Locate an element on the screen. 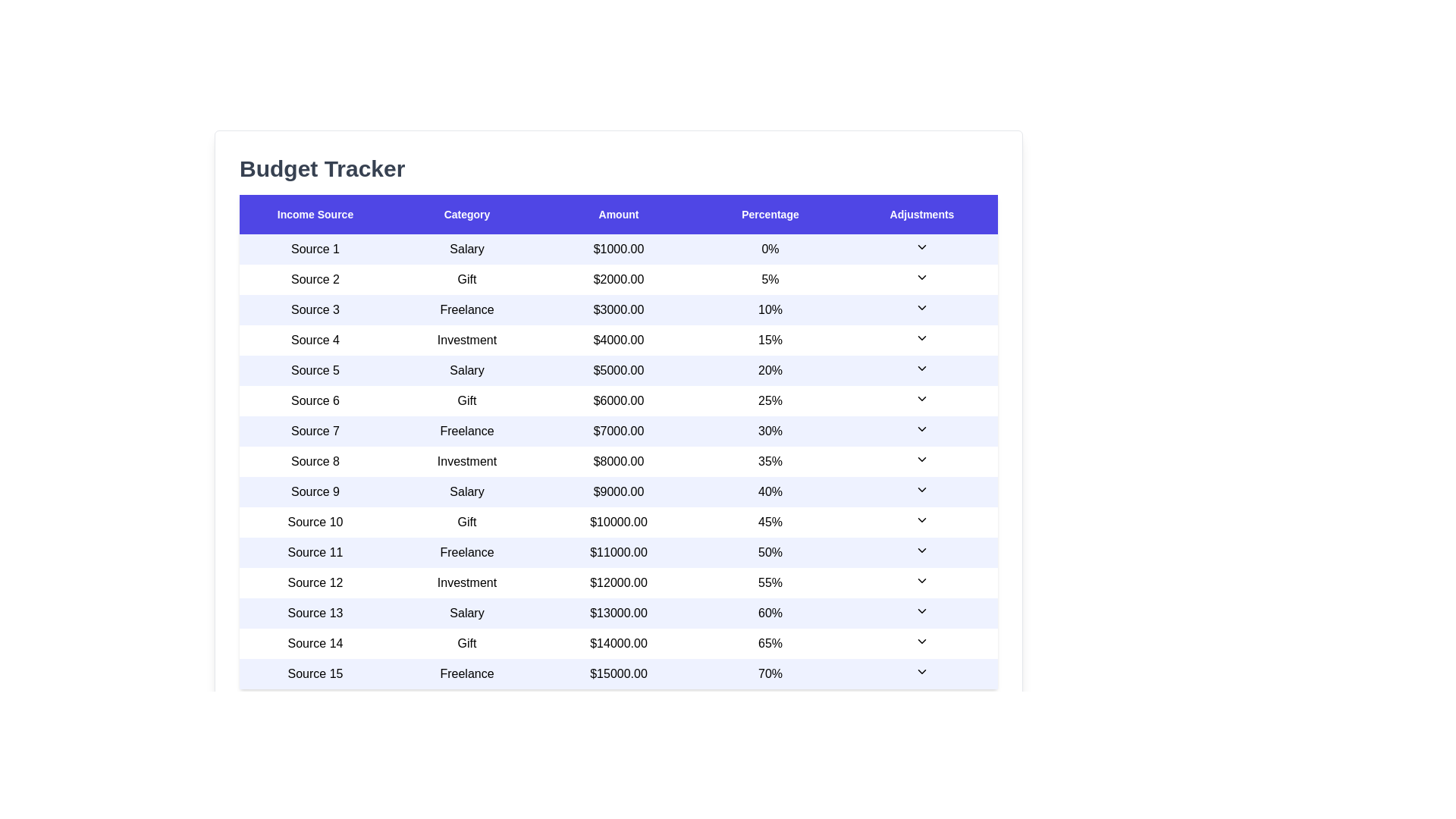  the table header Income Source to sort the table by that column is located at coordinates (315, 214).